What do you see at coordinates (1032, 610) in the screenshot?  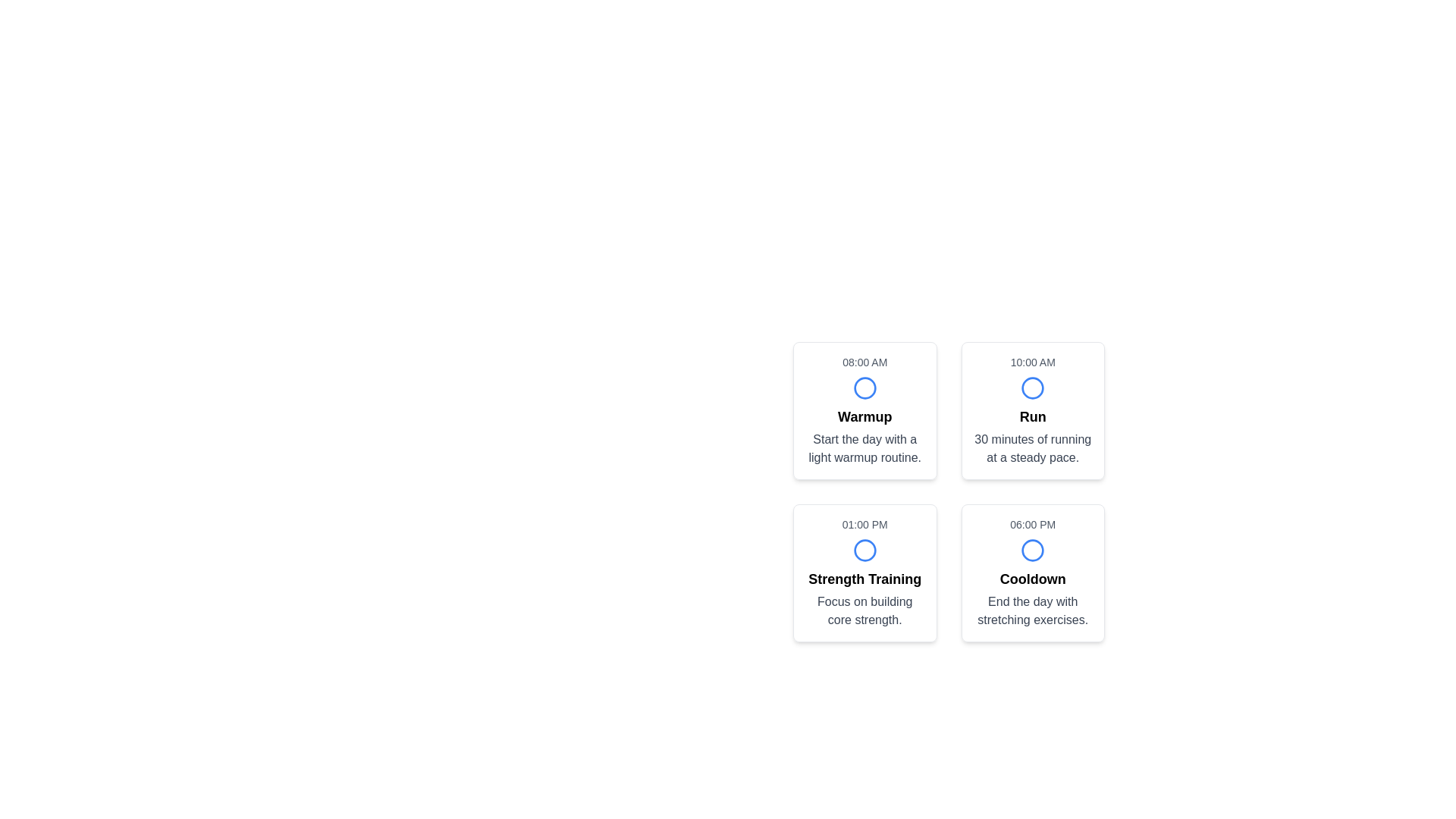 I see `the text element that says 'End the day with stretching exercises.' located in the 'Cooldown' card, positioned beneath the title 'Cooldown' and the time '06:00 PM'` at bounding box center [1032, 610].